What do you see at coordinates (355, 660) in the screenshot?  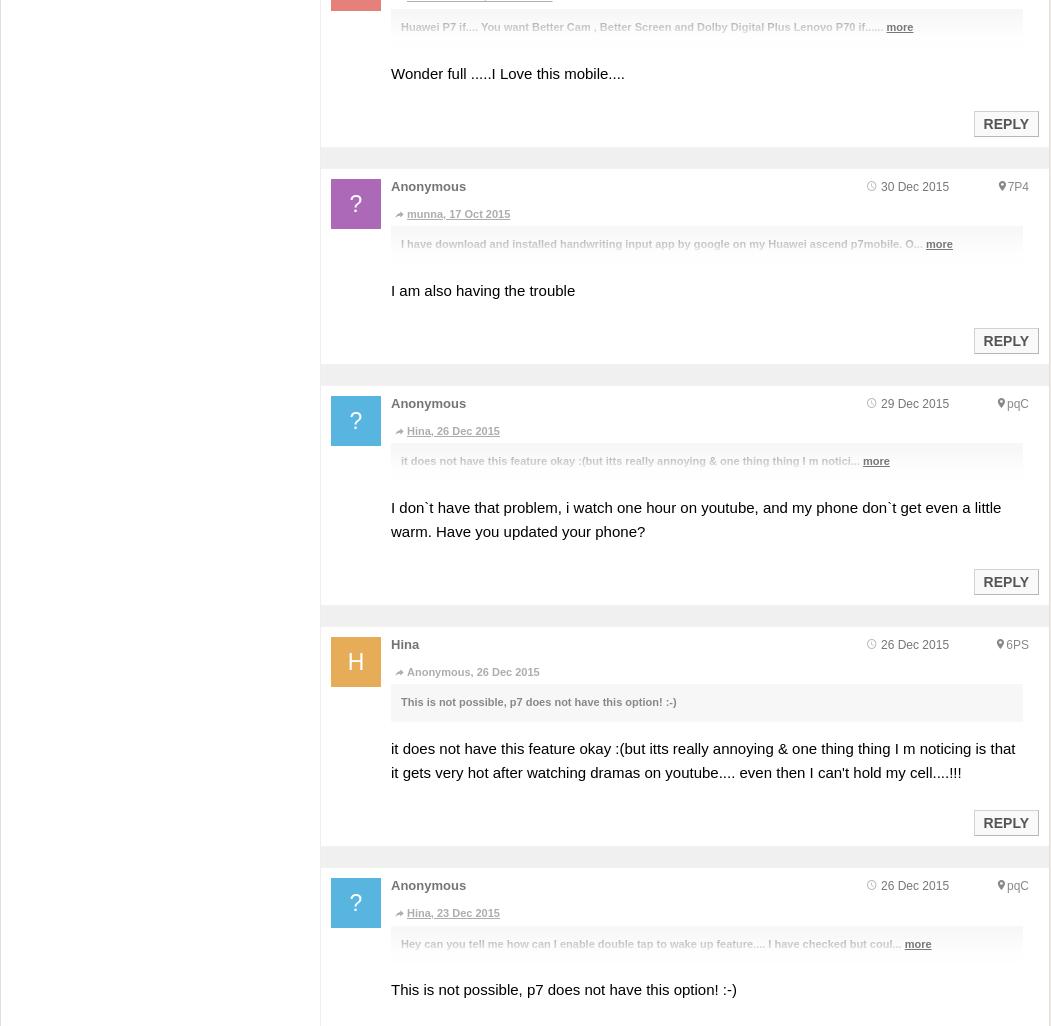 I see `'H'` at bounding box center [355, 660].